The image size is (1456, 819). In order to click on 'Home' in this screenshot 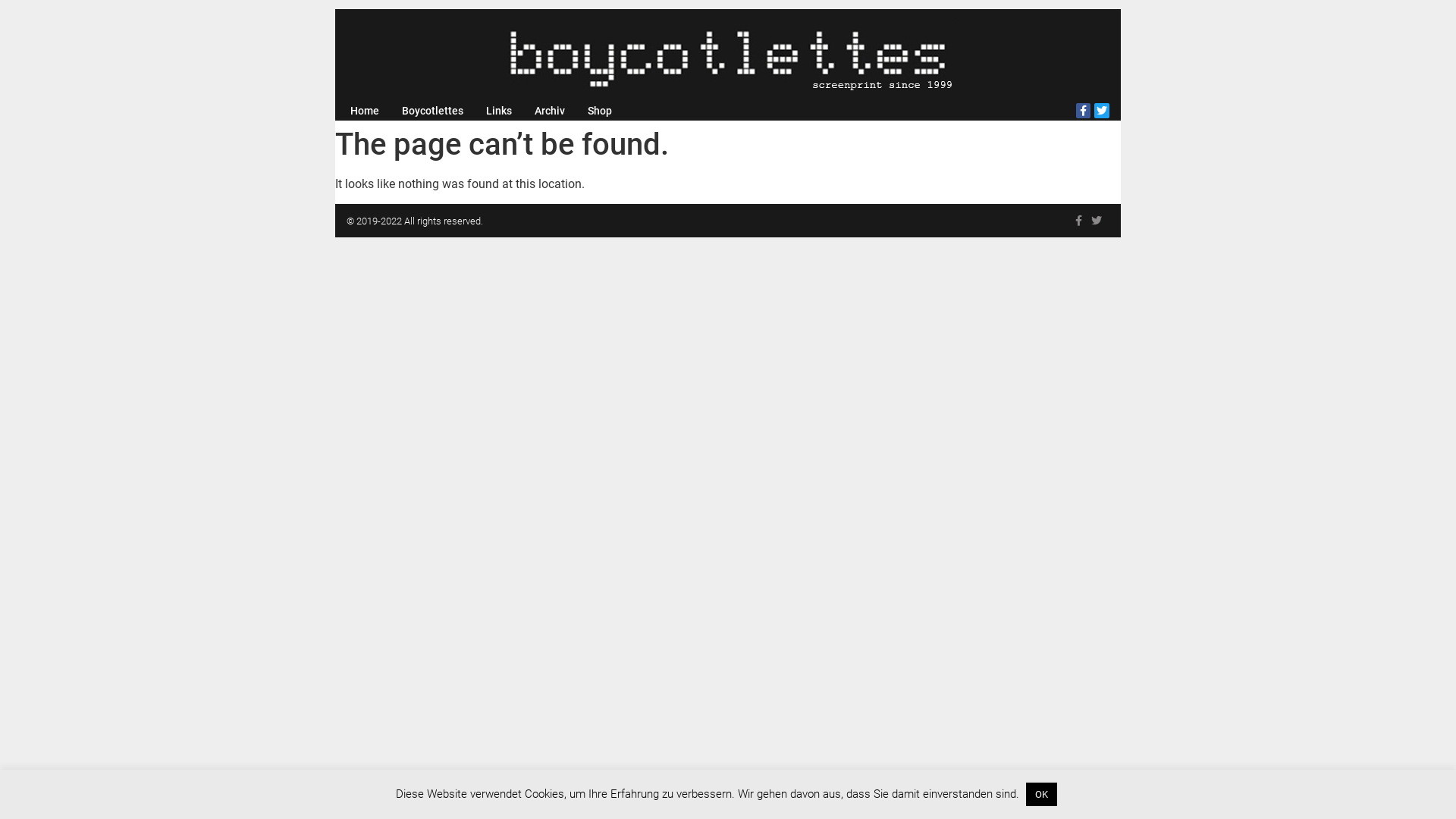, I will do `click(364, 110)`.